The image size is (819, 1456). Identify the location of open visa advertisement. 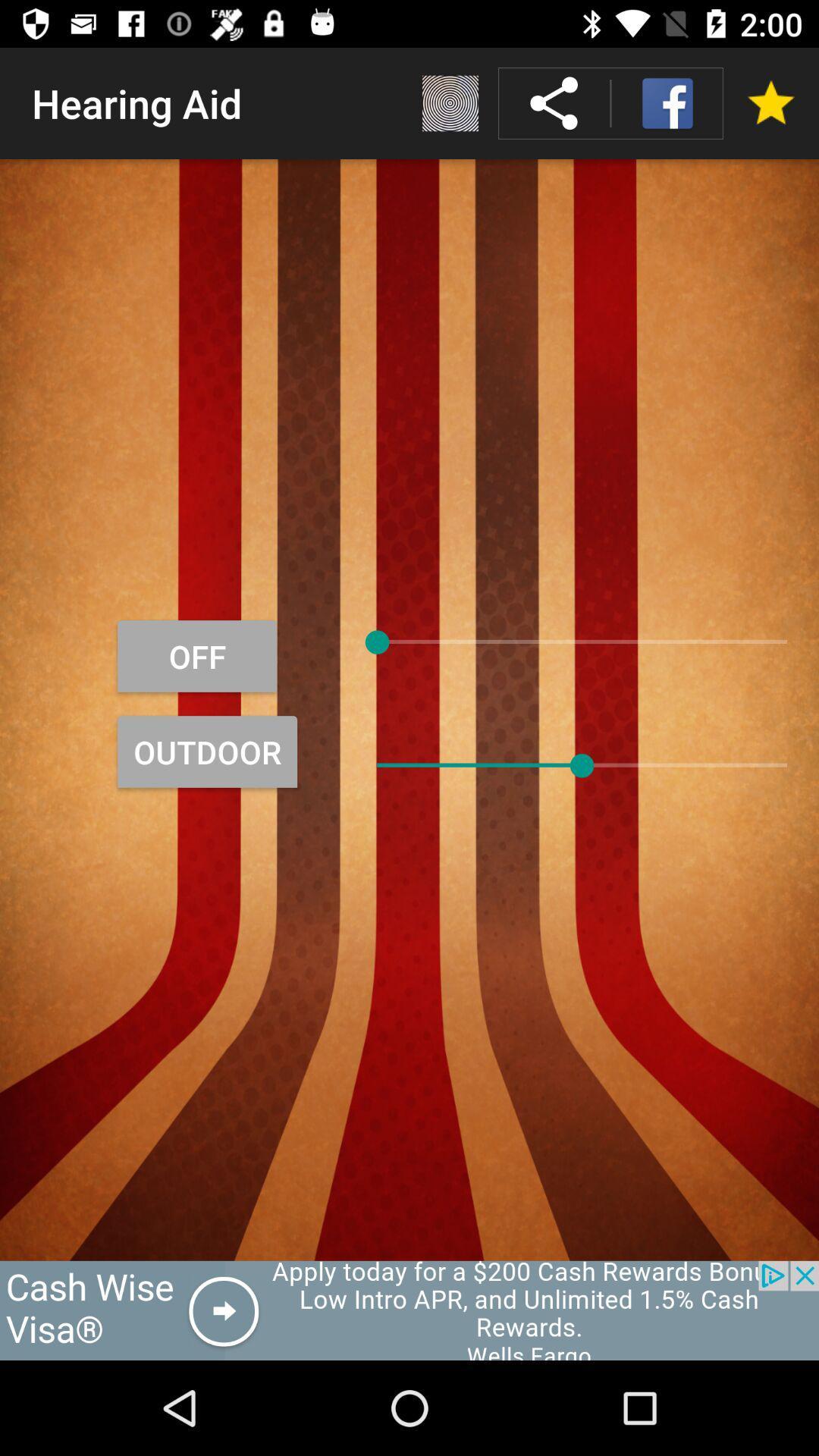
(409, 1310).